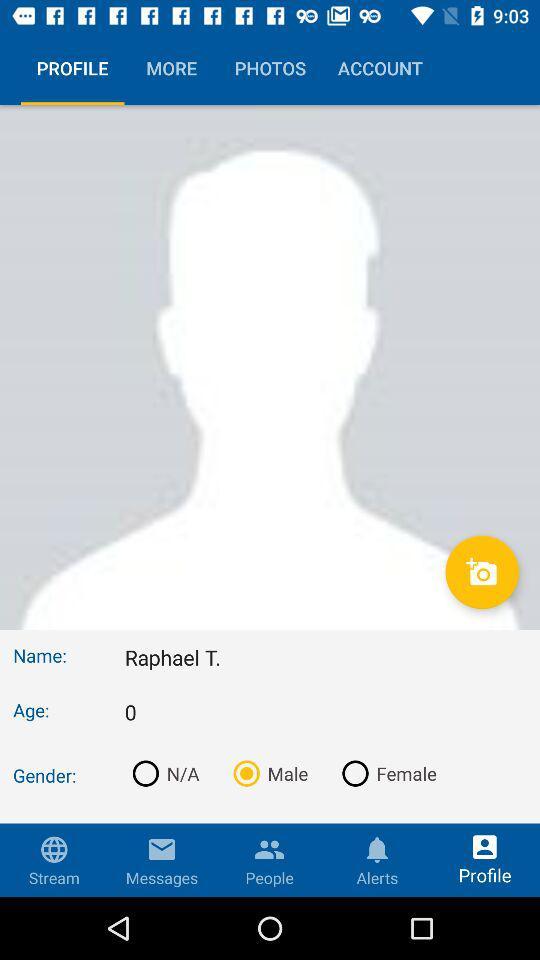  What do you see at coordinates (385, 772) in the screenshot?
I see `the female item` at bounding box center [385, 772].